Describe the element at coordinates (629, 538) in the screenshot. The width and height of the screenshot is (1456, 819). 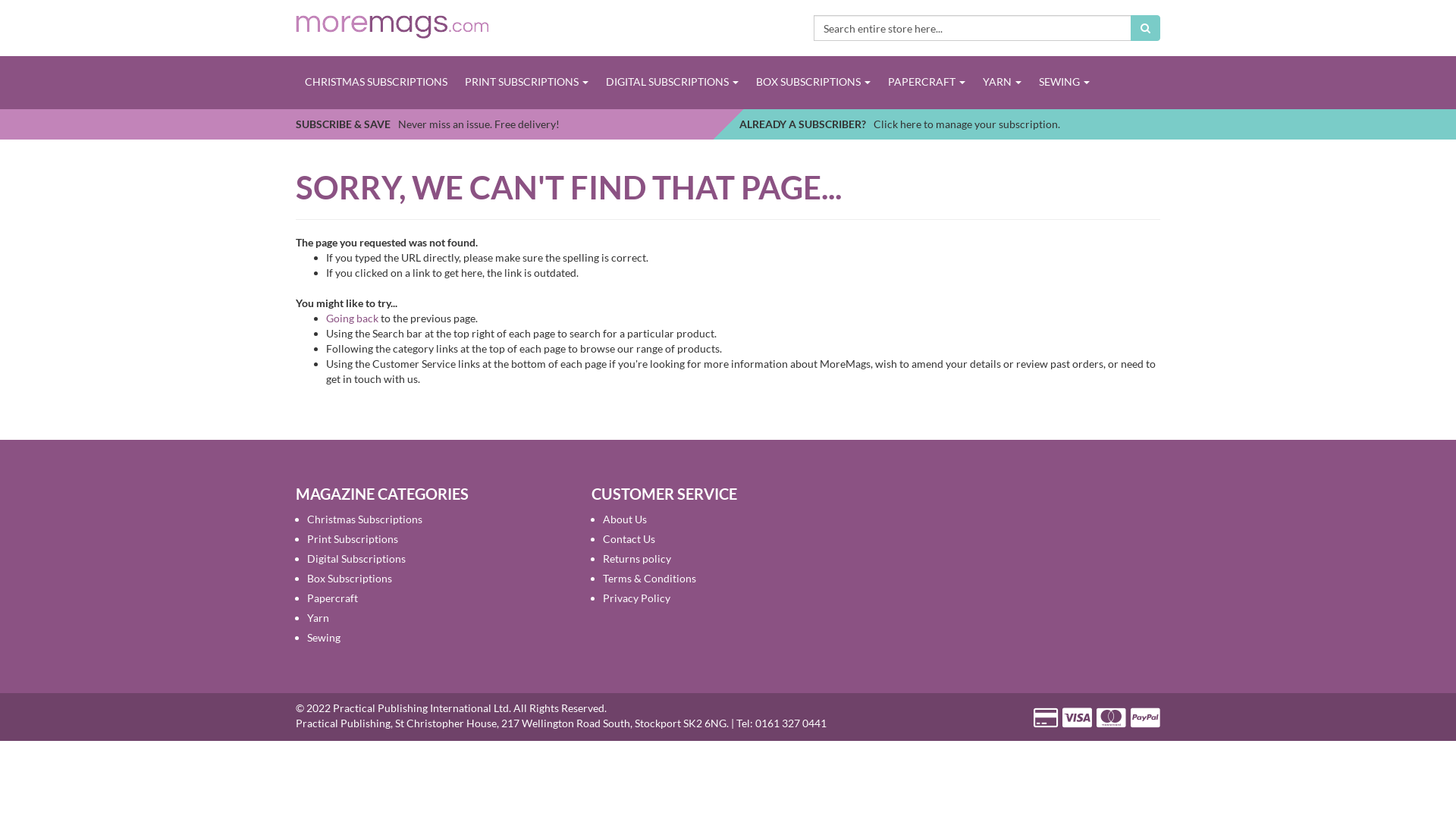
I see `'Contact Us'` at that location.